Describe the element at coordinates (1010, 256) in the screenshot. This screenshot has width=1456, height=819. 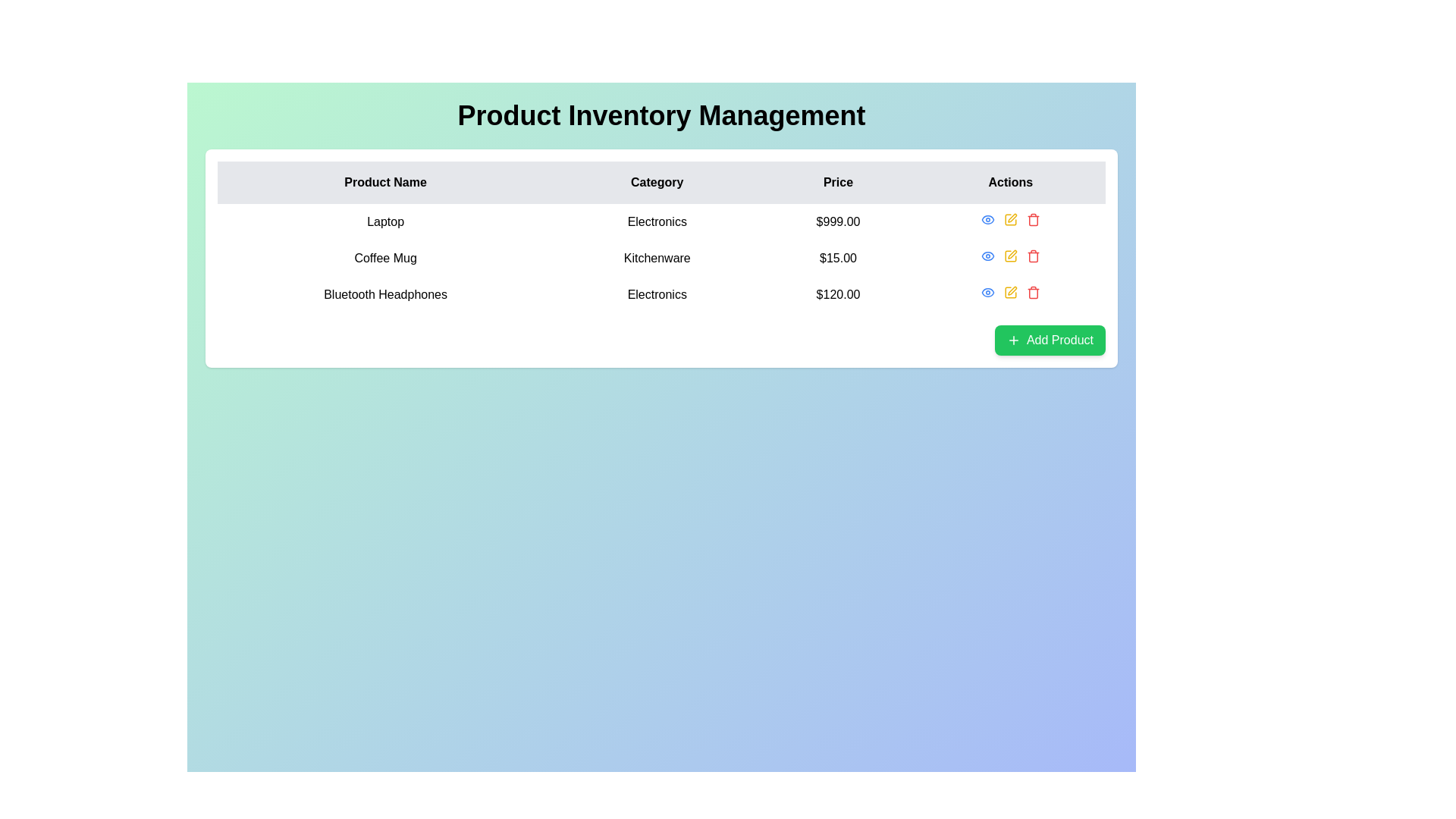
I see `the edit icon in the second row of action icons within the 'Actions' column of the table to initiate an edit action` at that location.